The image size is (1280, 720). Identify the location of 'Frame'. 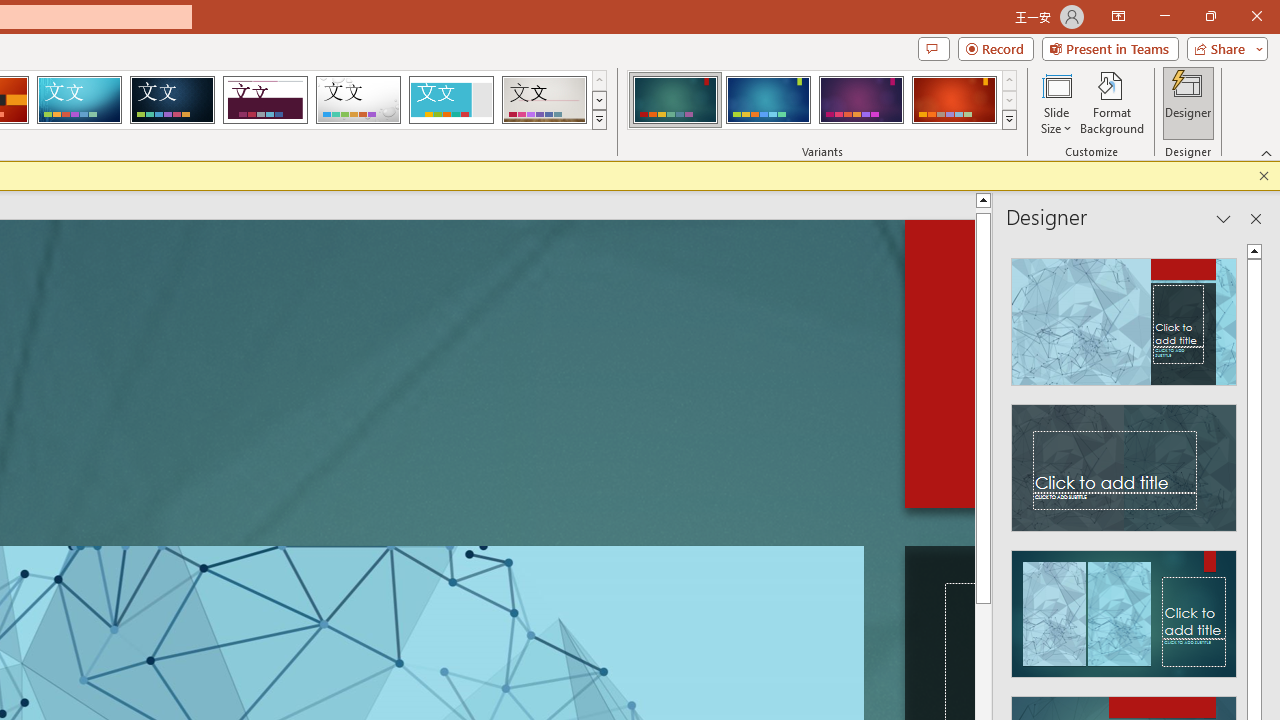
(450, 100).